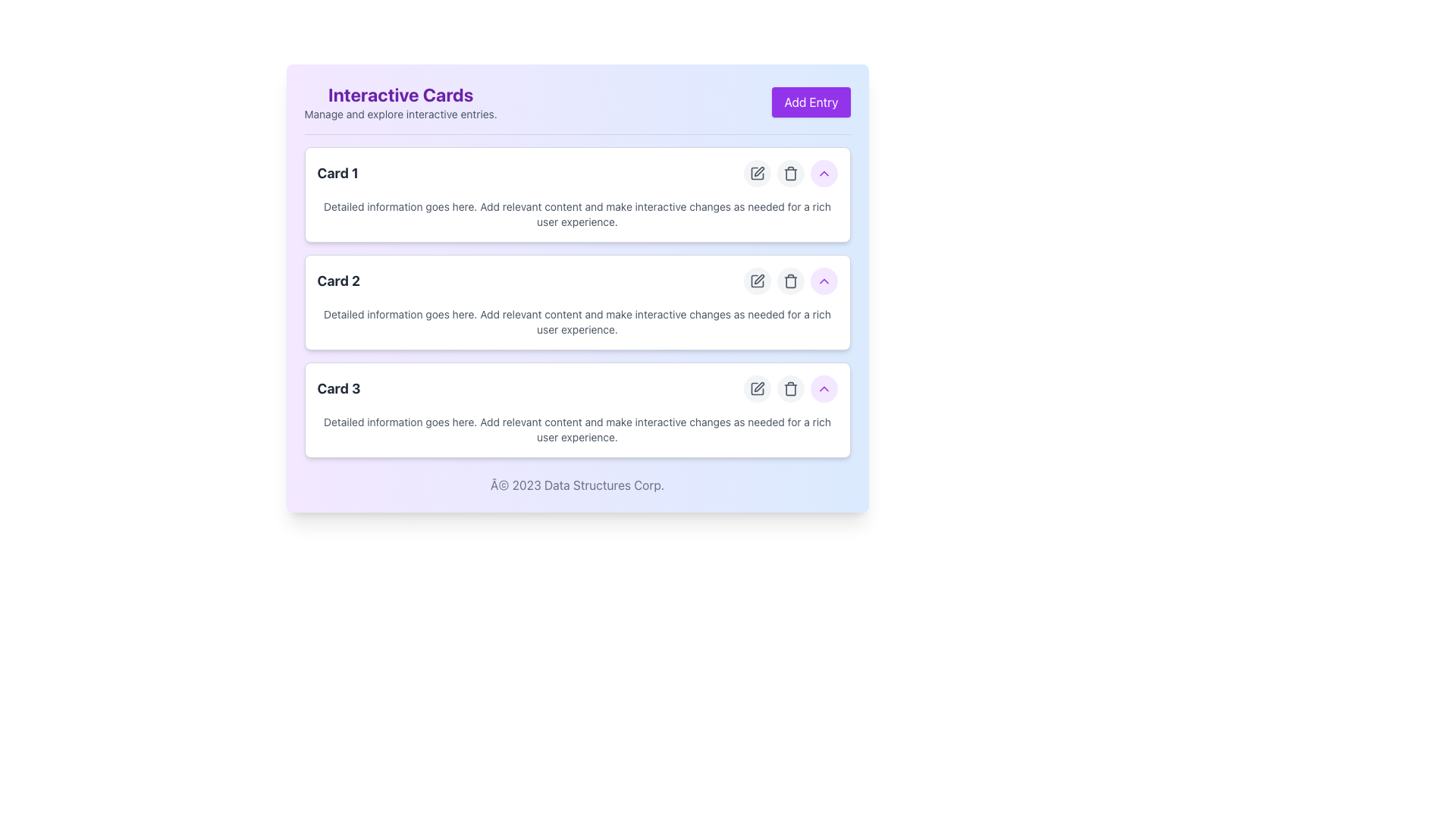 Image resolution: width=1456 pixels, height=819 pixels. I want to click on the delete icon button, which is the second icon in a set of three located to the right of the 'Card 3' entry in a vertical list of cards, so click(789, 389).